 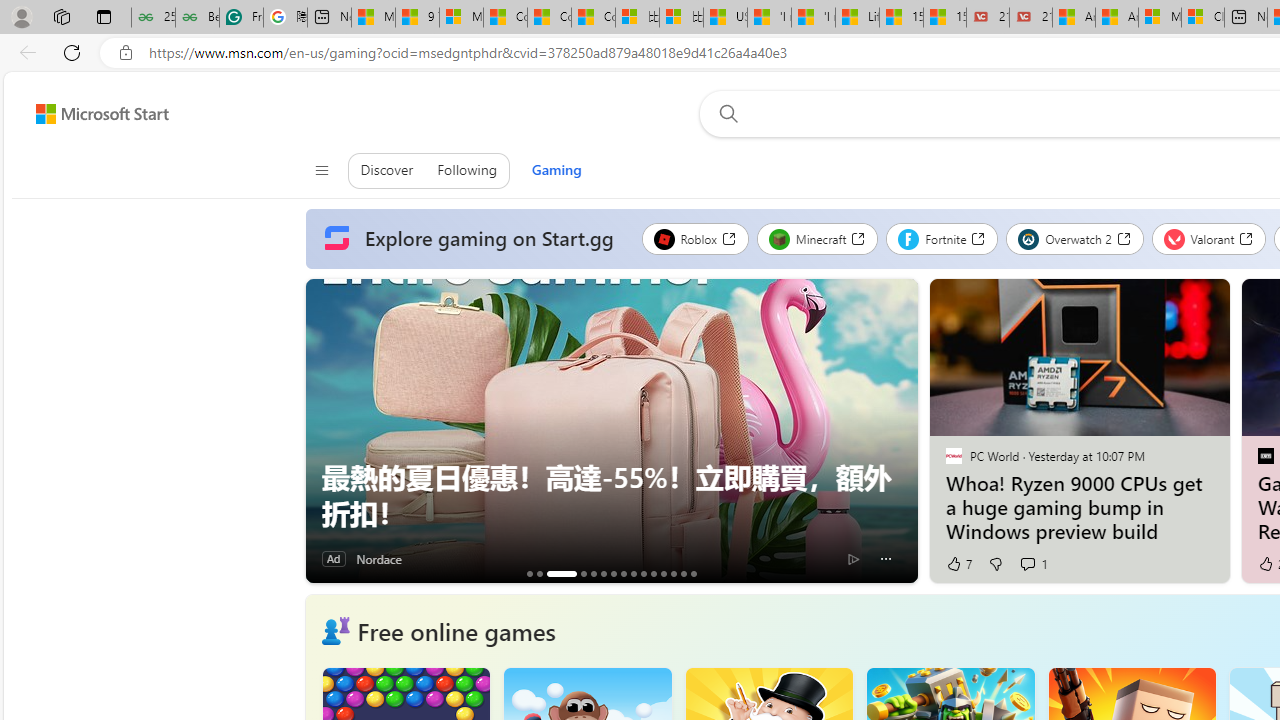 What do you see at coordinates (152, 17) in the screenshot?
I see `'25 Basic Linux Commands For Beginners - GeeksforGeeks'` at bounding box center [152, 17].